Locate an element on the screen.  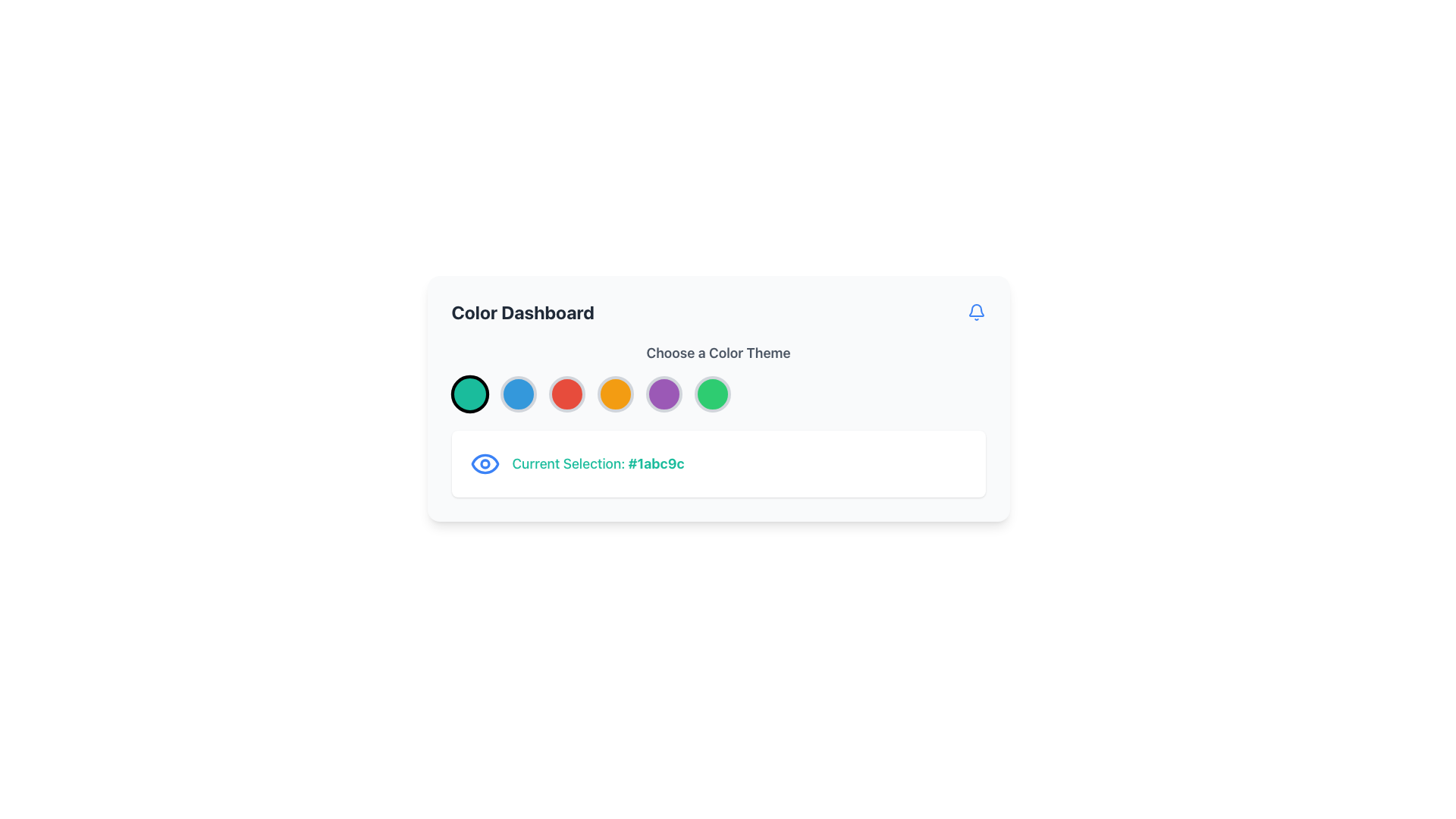
the circular interactive button with a red background and grayish border, which is the third button in a sequence of six under the 'Choose a Color Theme' label is located at coordinates (566, 394).